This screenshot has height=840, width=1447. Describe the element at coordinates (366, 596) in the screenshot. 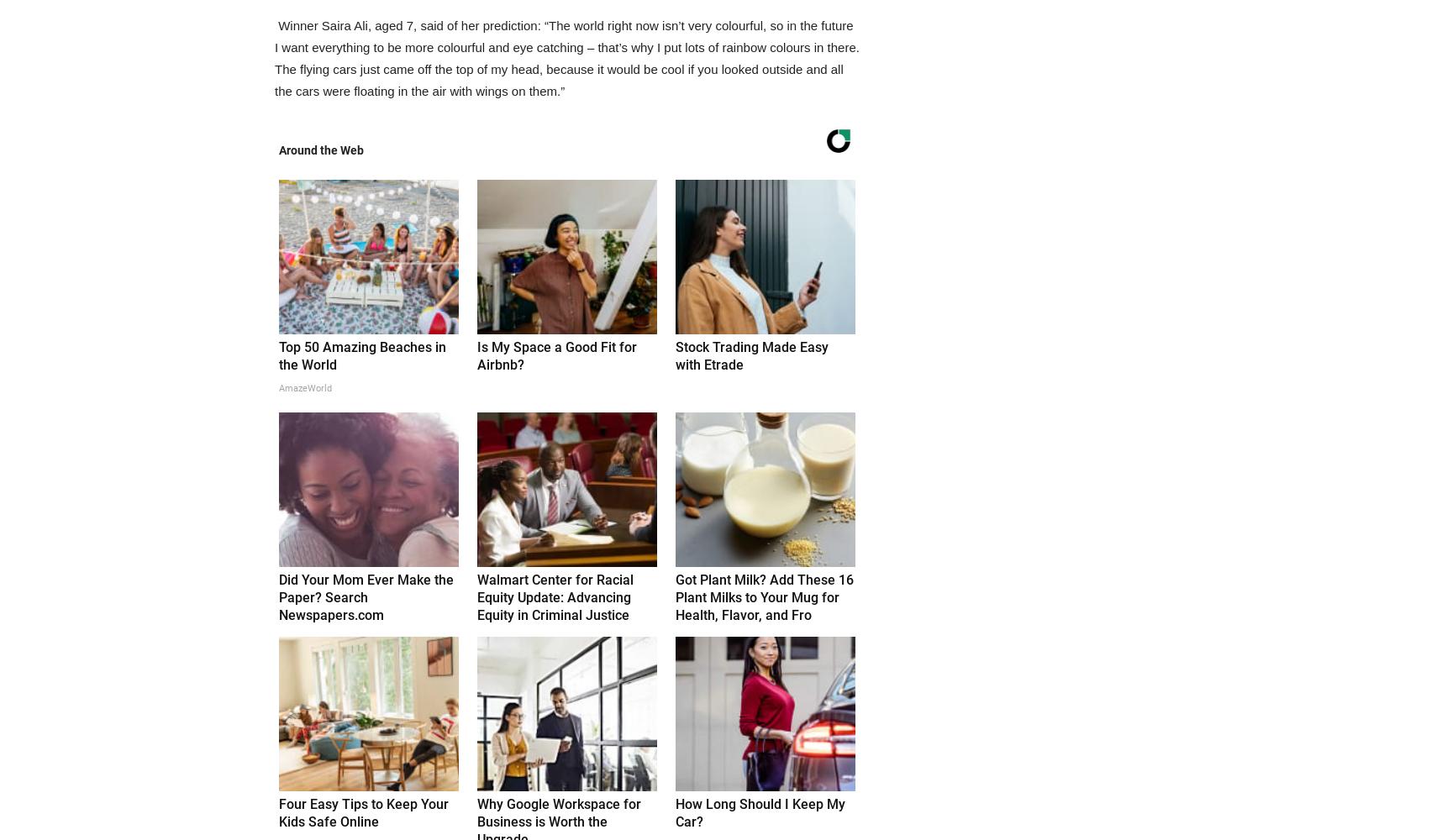

I see `'Did Your Mom Ever Make the Paper? Search Newspapers.com'` at that location.